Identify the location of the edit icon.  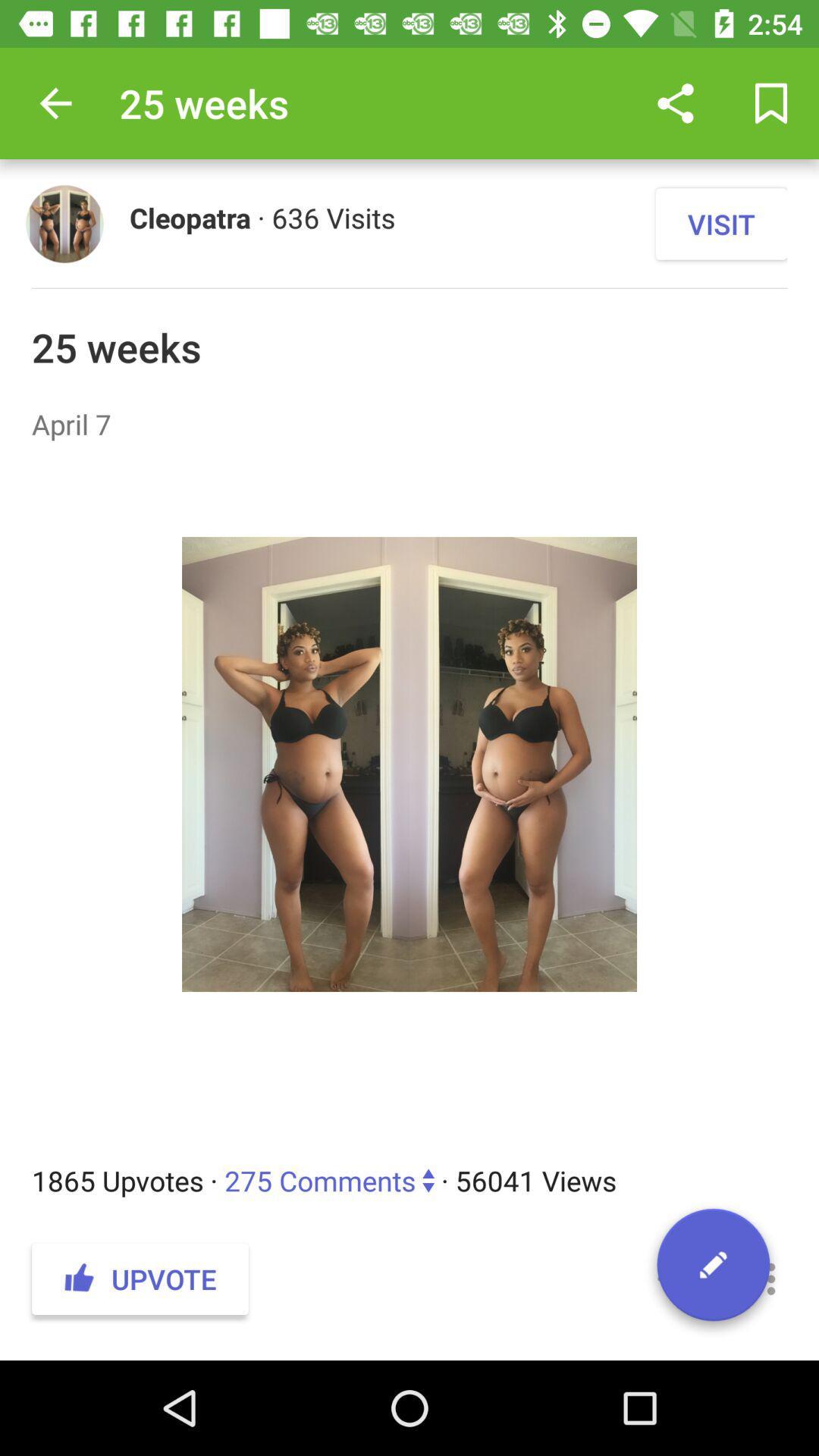
(713, 1270).